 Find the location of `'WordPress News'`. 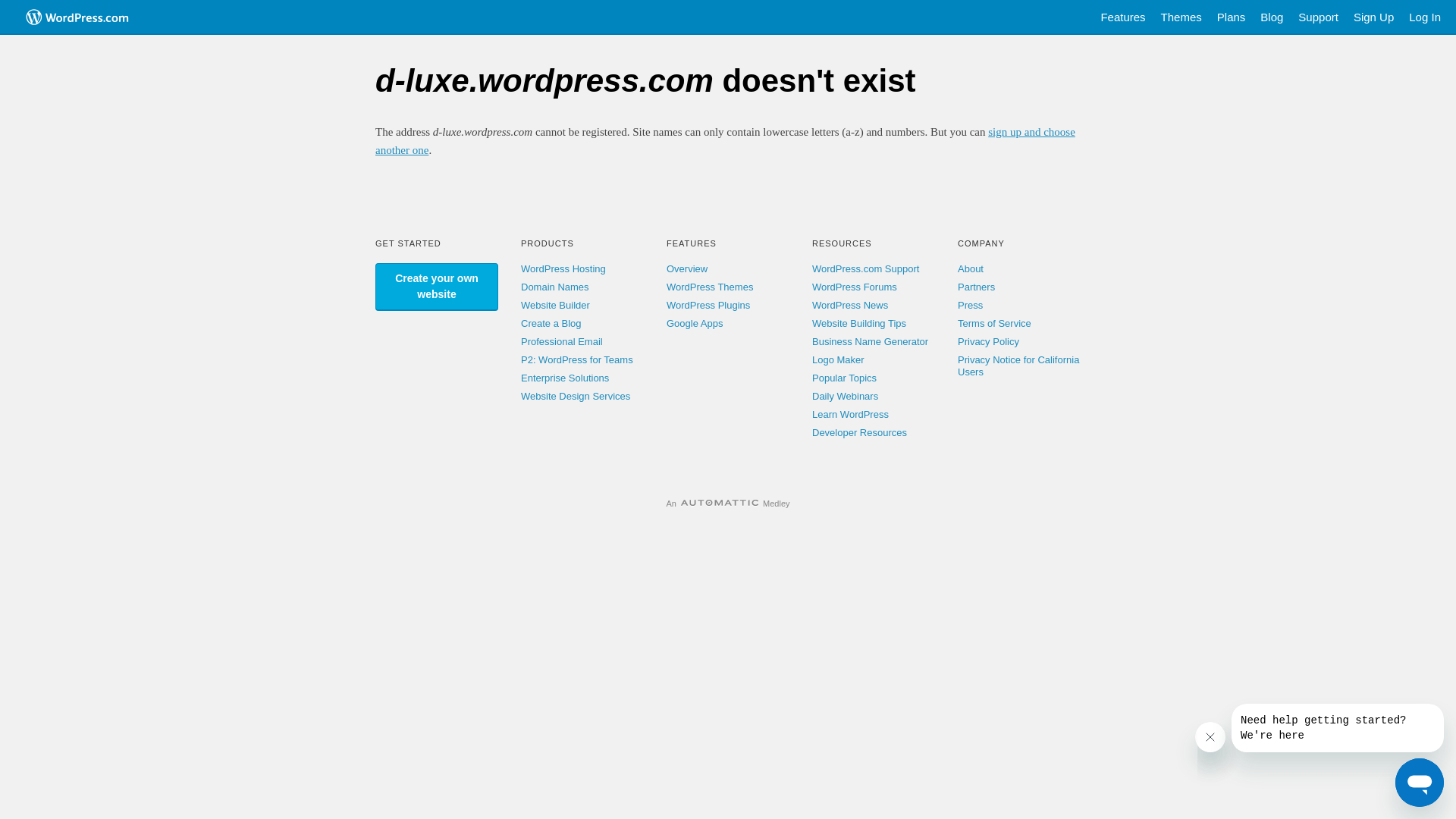

'WordPress News' is located at coordinates (811, 305).